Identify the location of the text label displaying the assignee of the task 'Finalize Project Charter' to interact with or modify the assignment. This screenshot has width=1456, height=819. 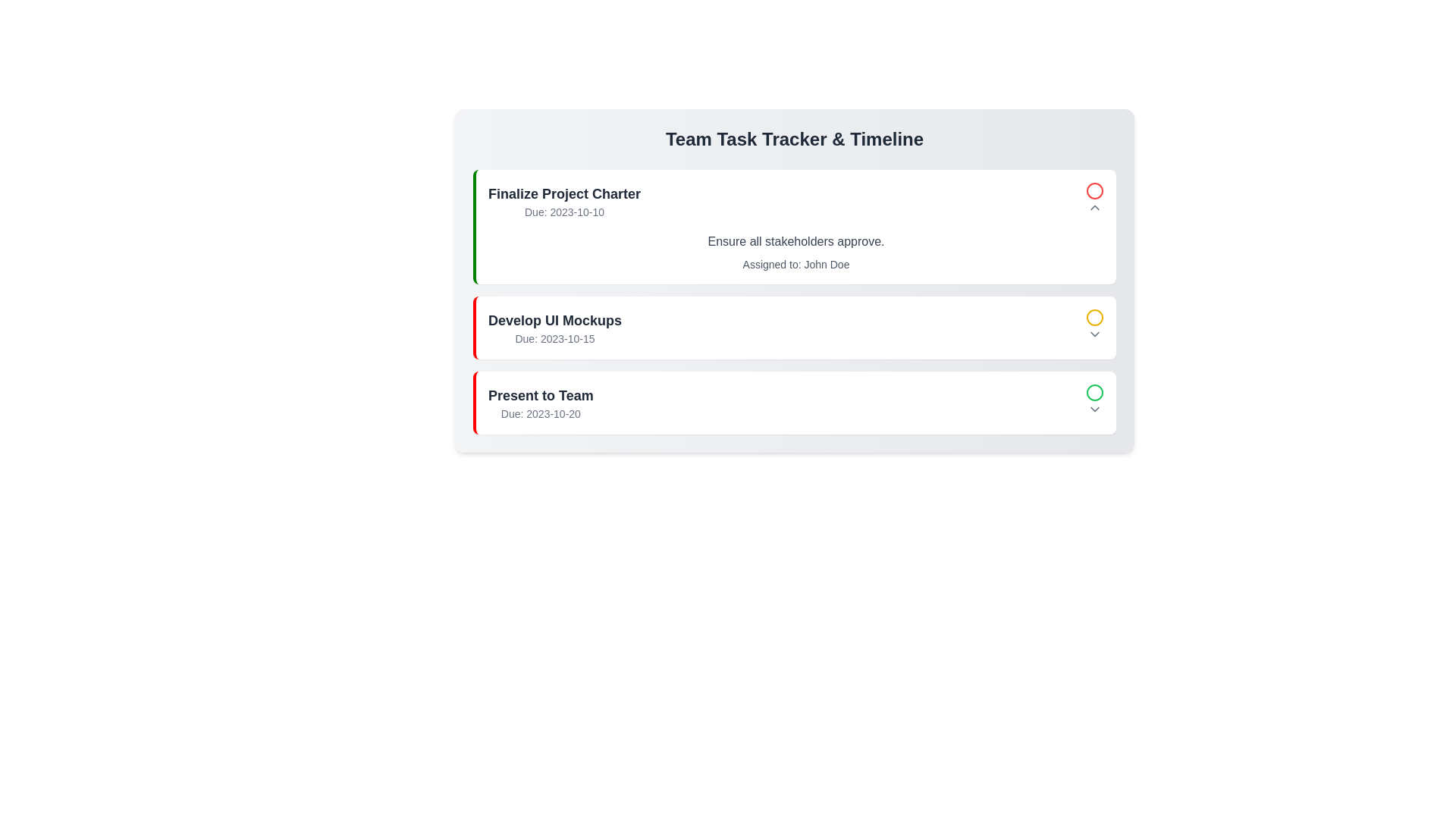
(795, 263).